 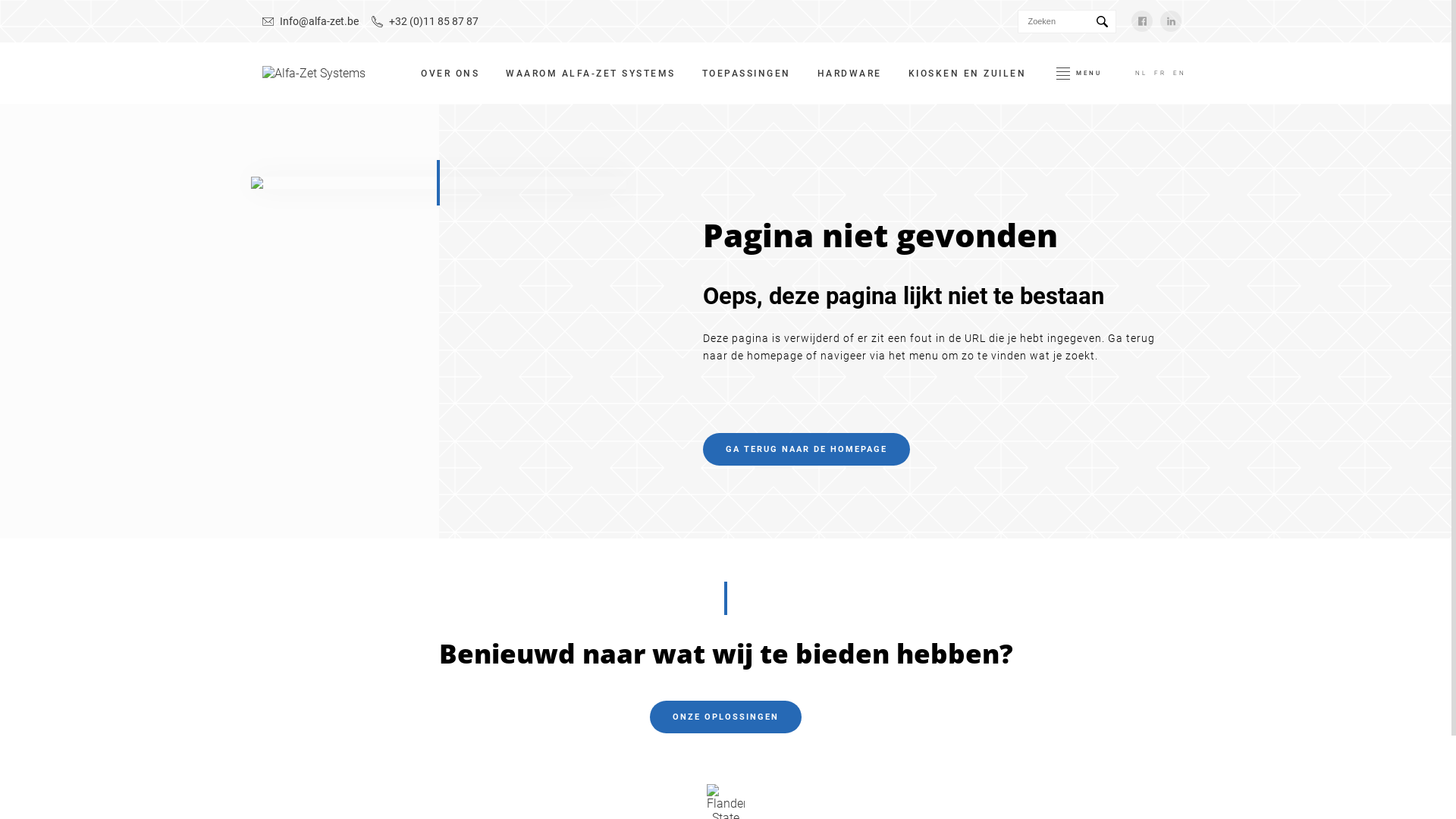 What do you see at coordinates (1178, 73) in the screenshot?
I see `'EN'` at bounding box center [1178, 73].